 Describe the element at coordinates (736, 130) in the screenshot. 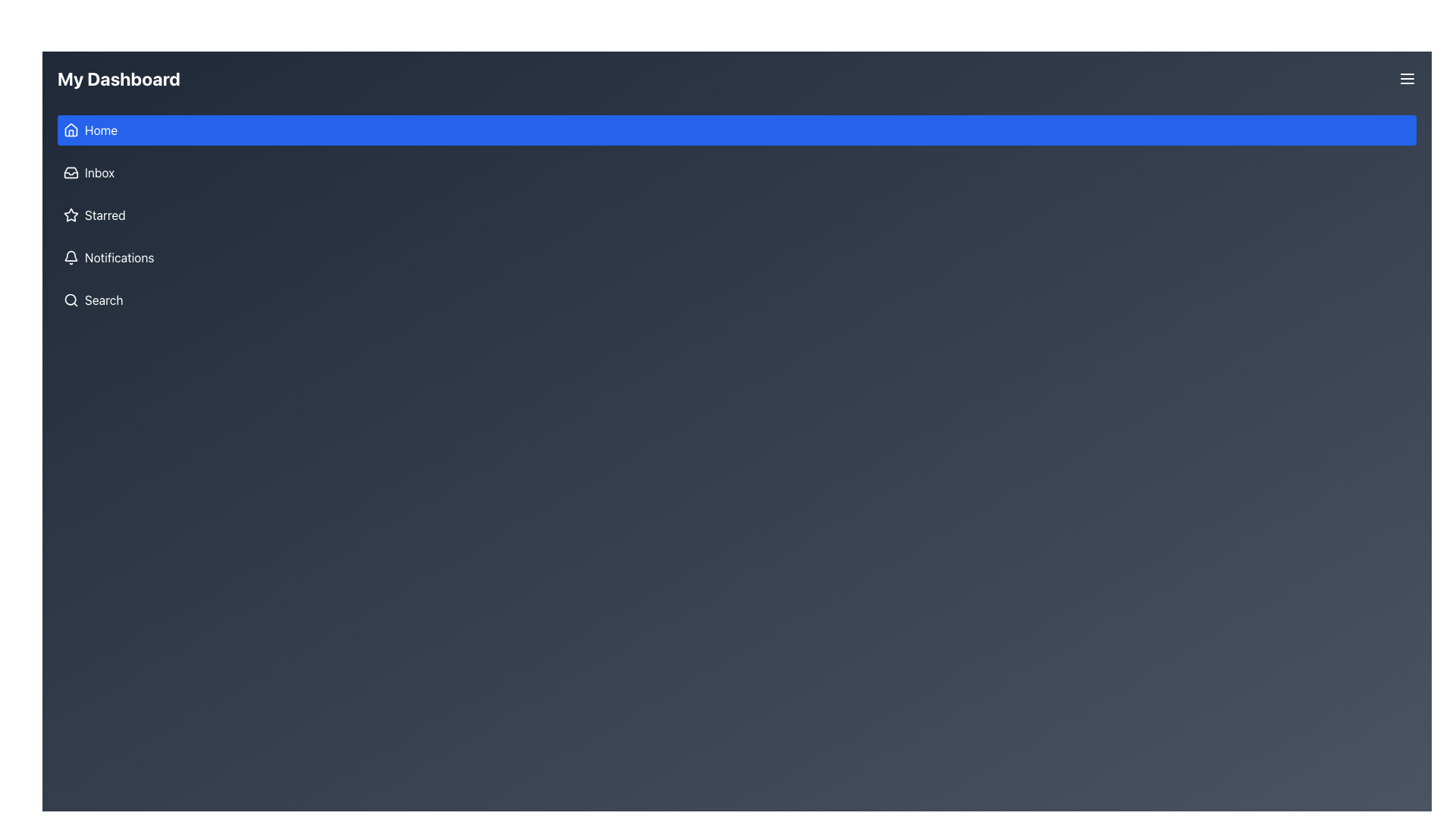

I see `the topmost button in the left-side menu` at that location.